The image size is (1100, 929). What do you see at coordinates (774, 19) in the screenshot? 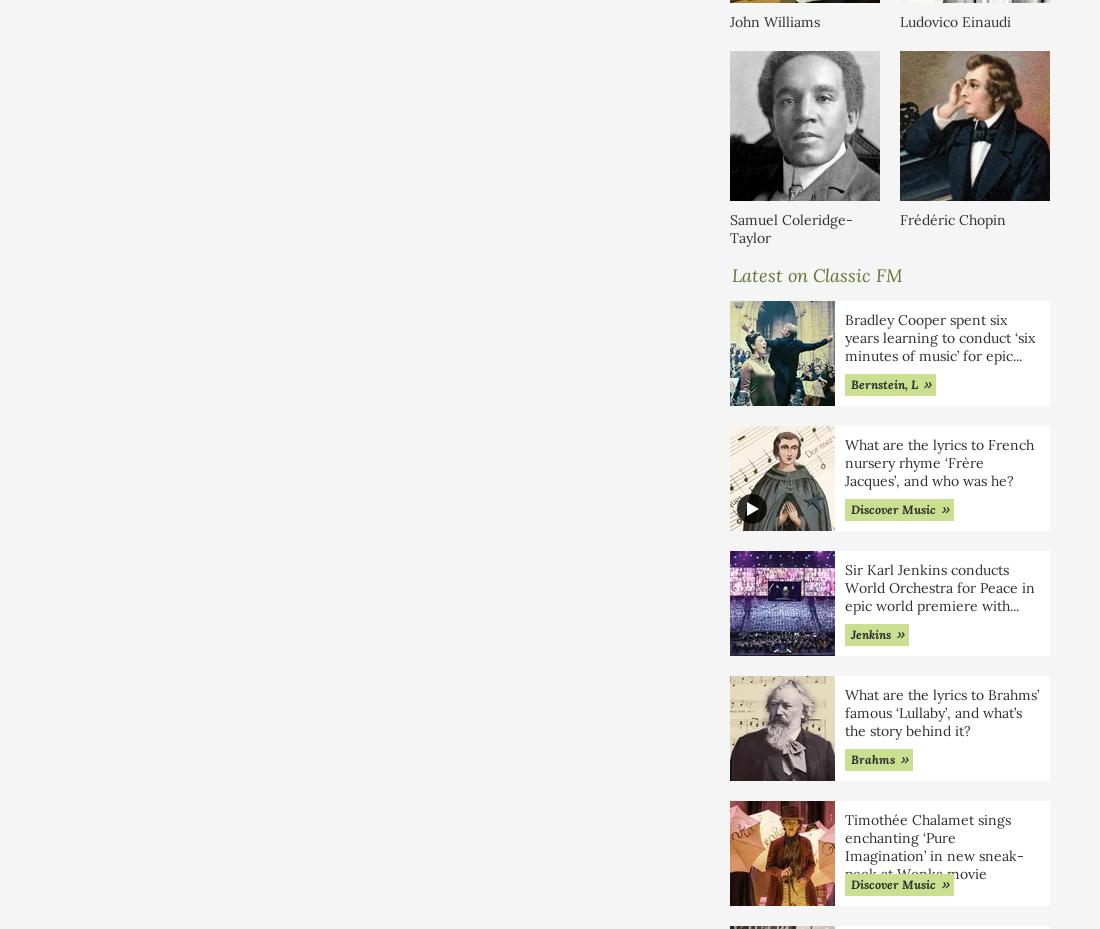
I see `'John Williams'` at bounding box center [774, 19].